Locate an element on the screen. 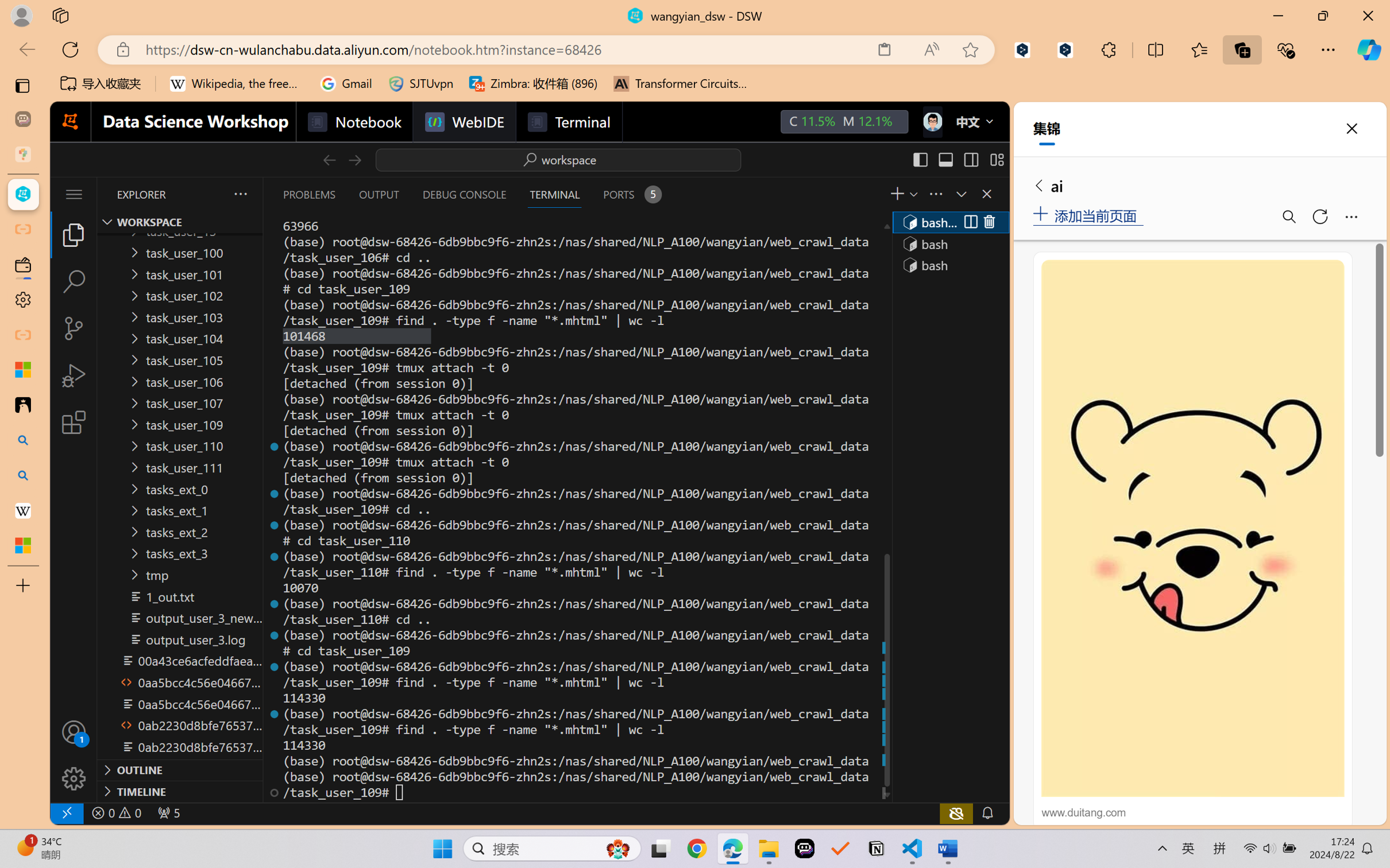 The image size is (1390, 868). 'Manage' is located at coordinates (73, 754).